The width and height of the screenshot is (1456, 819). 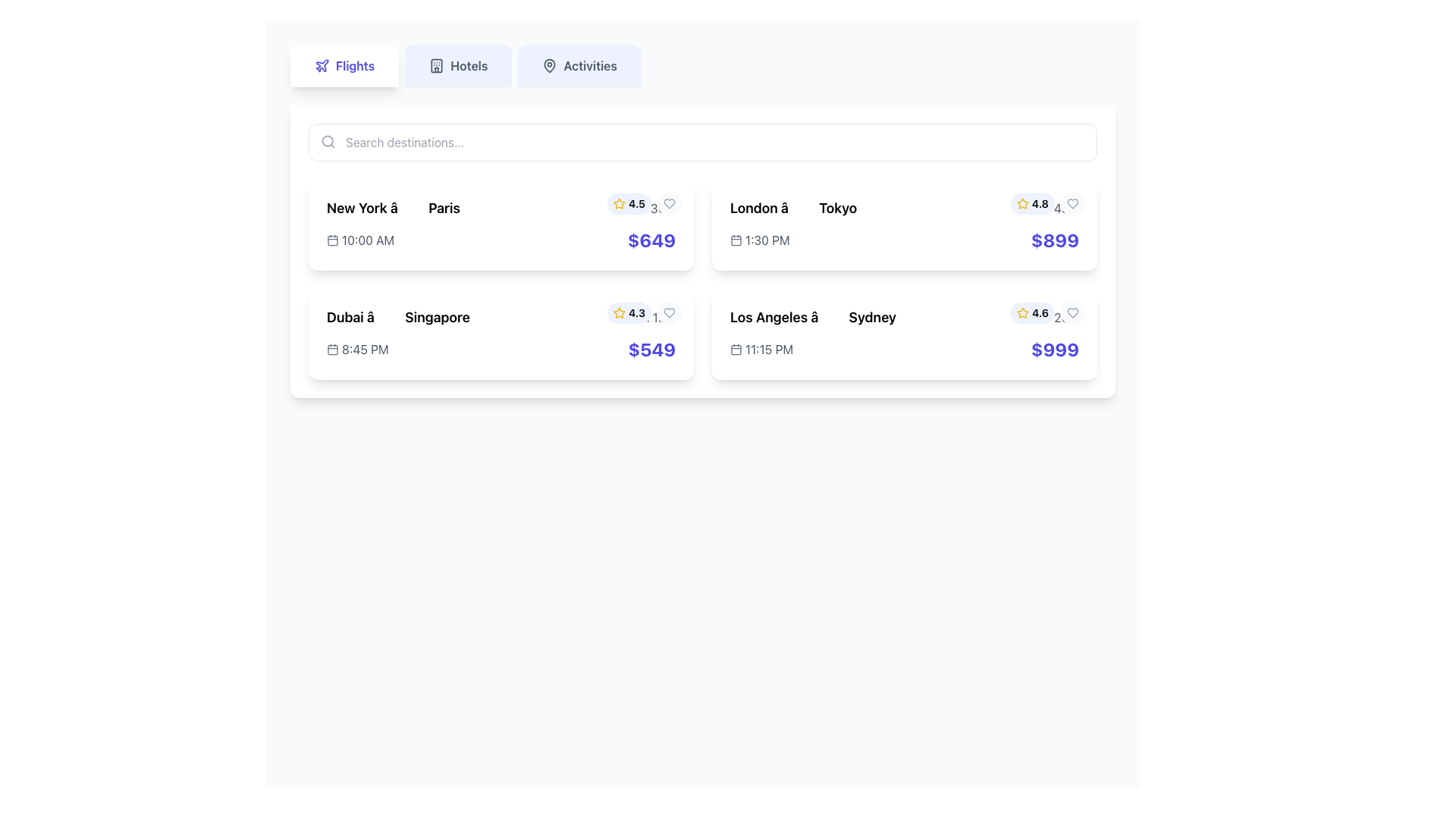 I want to click on the airplane icon located in the 'Flights' navigation tab at the top-left corner of the interface, so click(x=322, y=64).